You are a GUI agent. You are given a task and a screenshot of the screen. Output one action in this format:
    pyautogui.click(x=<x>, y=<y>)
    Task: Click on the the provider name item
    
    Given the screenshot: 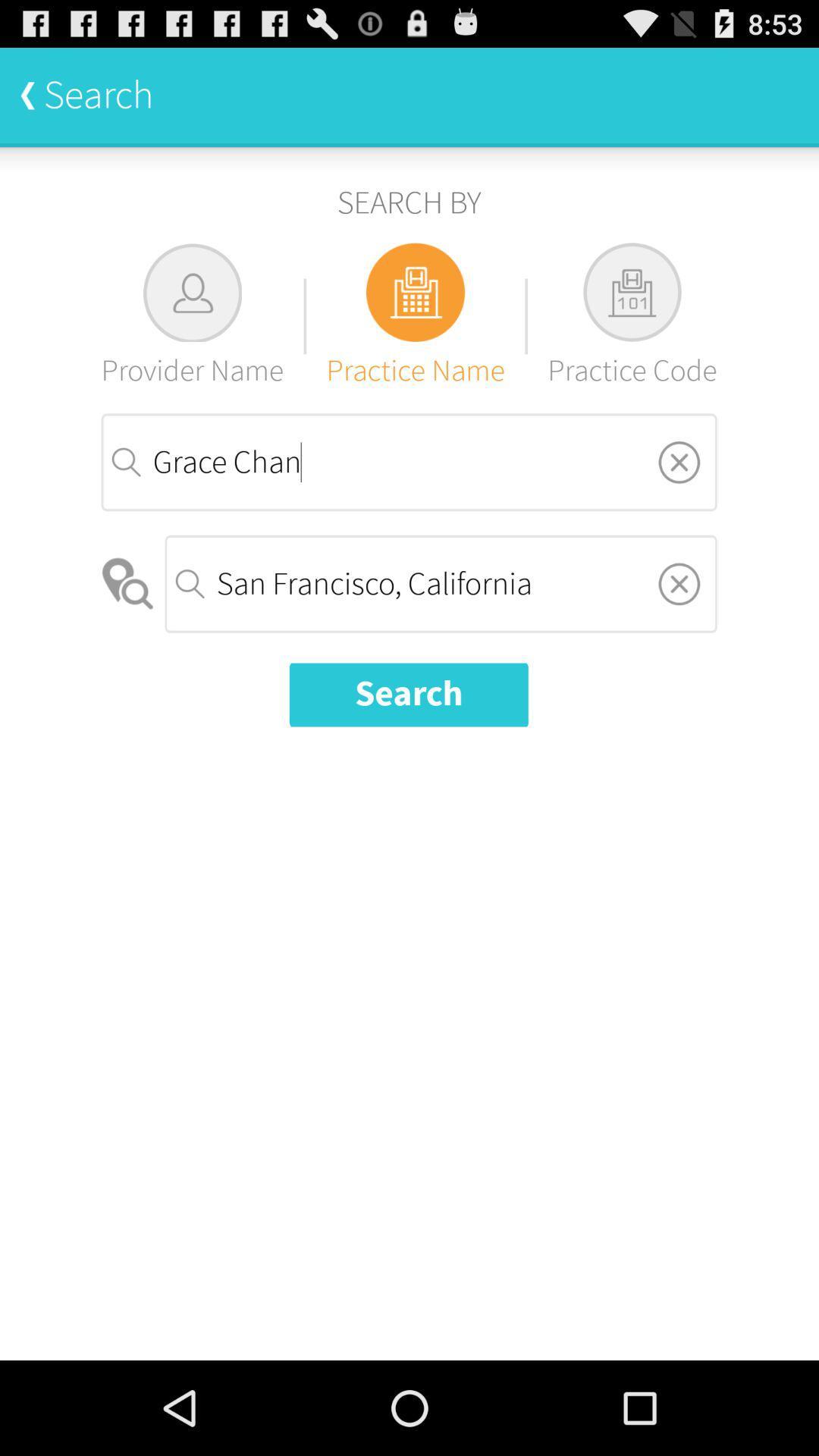 What is the action you would take?
    pyautogui.click(x=191, y=315)
    